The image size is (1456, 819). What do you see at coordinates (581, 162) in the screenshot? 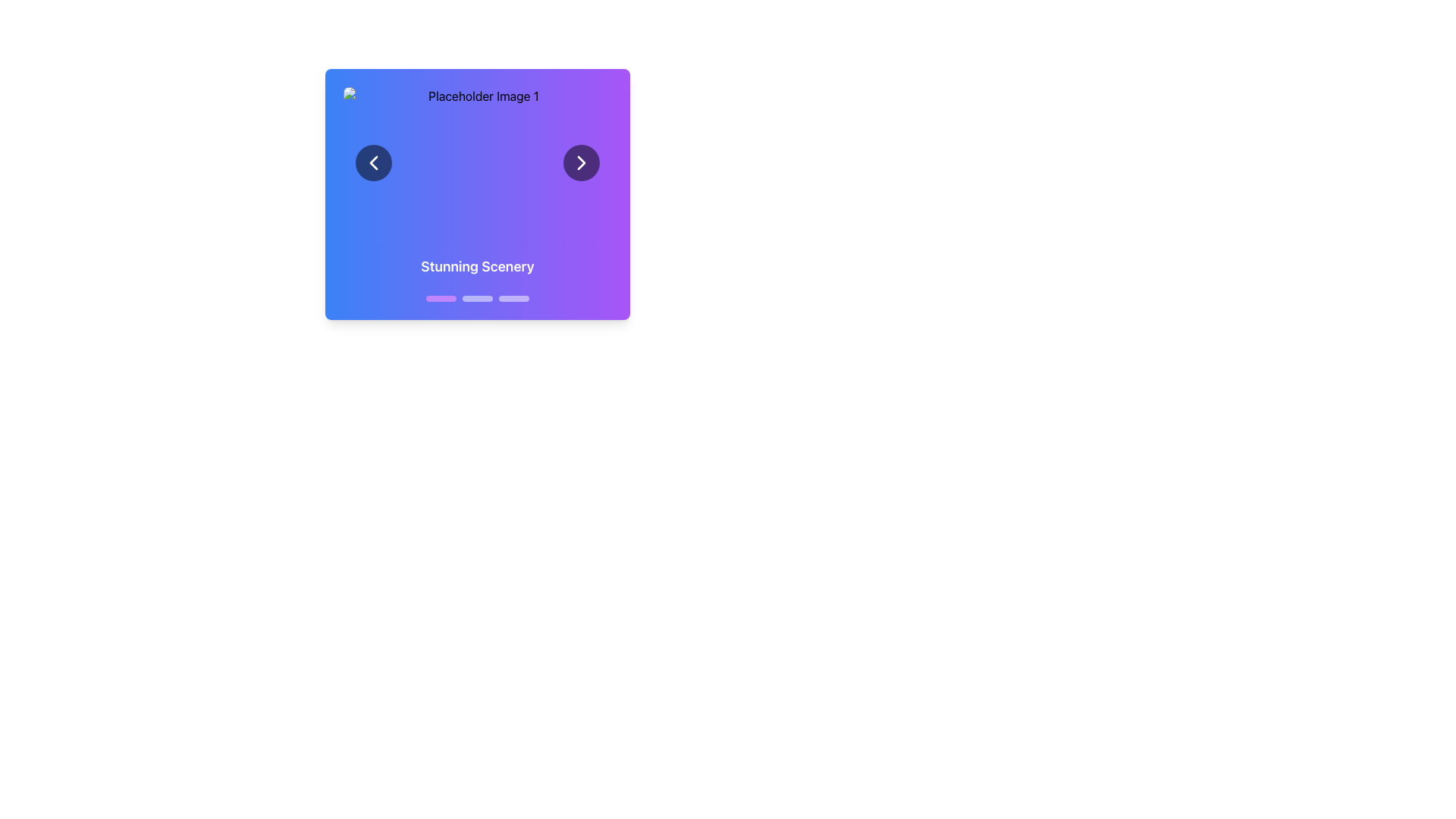
I see `the button located on the right side of the card, which is horizontally centered` at bounding box center [581, 162].